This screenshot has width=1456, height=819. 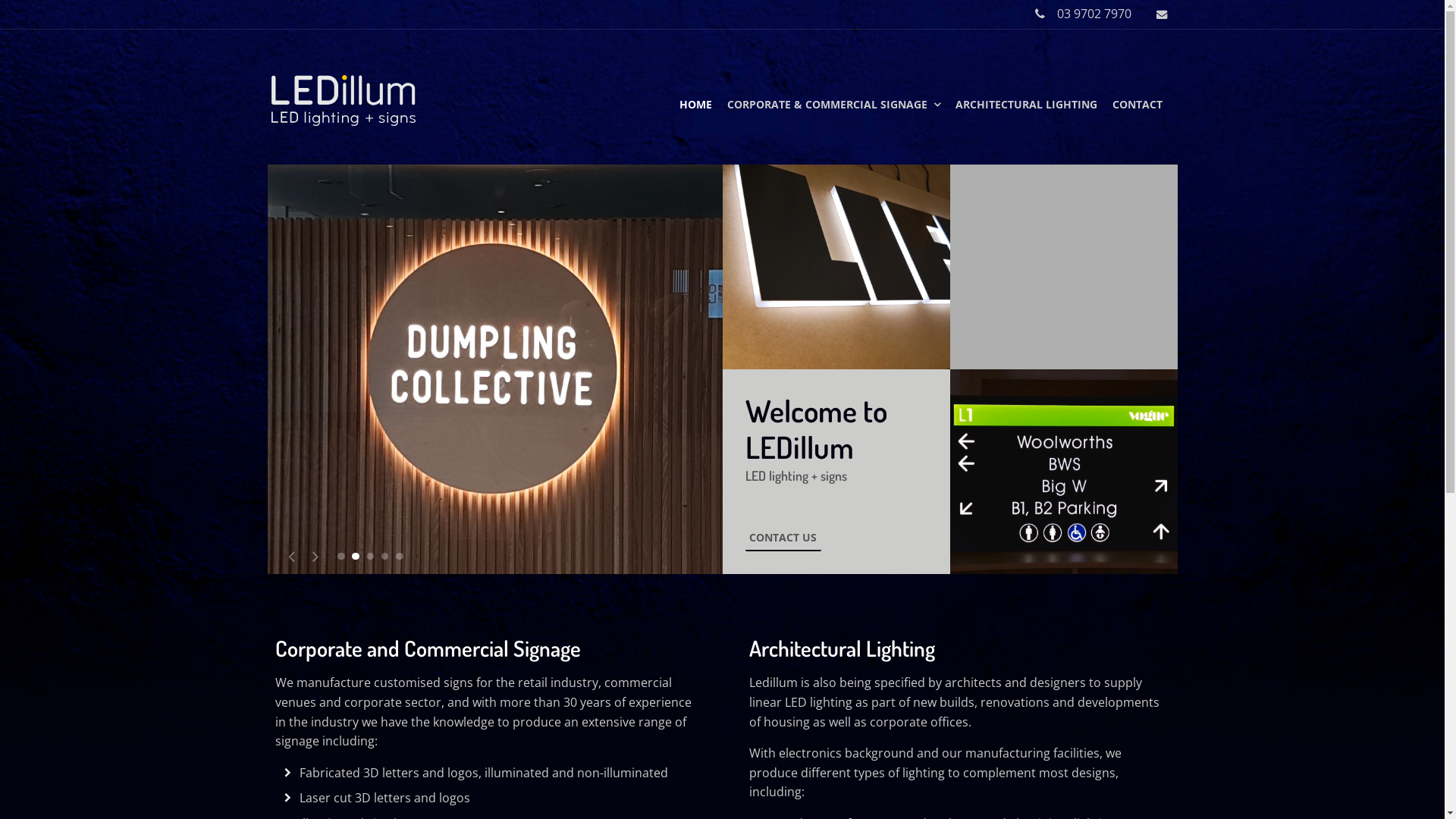 I want to click on 'ARCHITECTURAL LIGHTING', so click(x=1026, y=104).